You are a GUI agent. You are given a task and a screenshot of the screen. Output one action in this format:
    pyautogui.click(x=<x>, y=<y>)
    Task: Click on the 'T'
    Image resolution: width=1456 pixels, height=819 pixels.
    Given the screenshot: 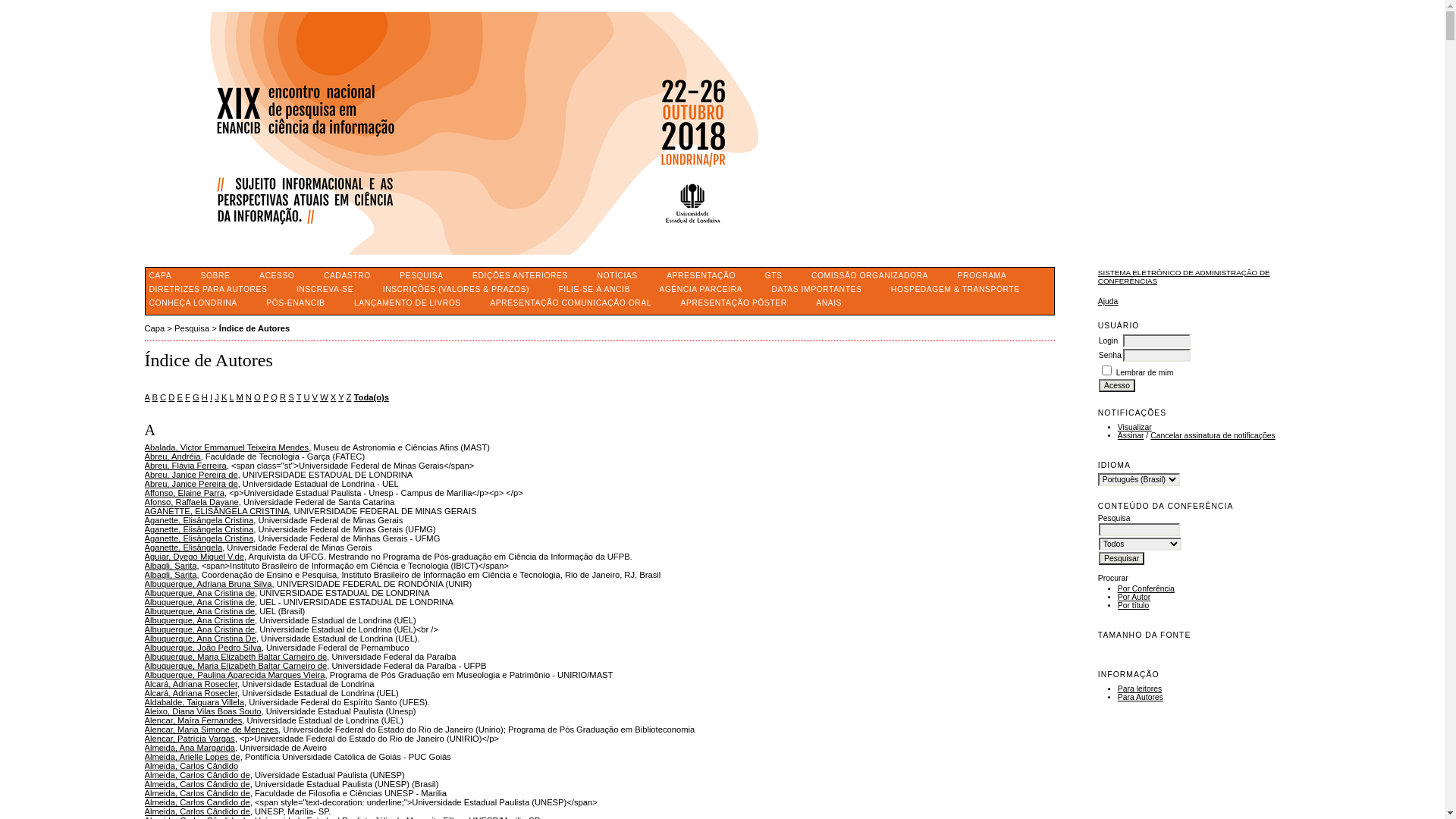 What is the action you would take?
    pyautogui.click(x=299, y=397)
    